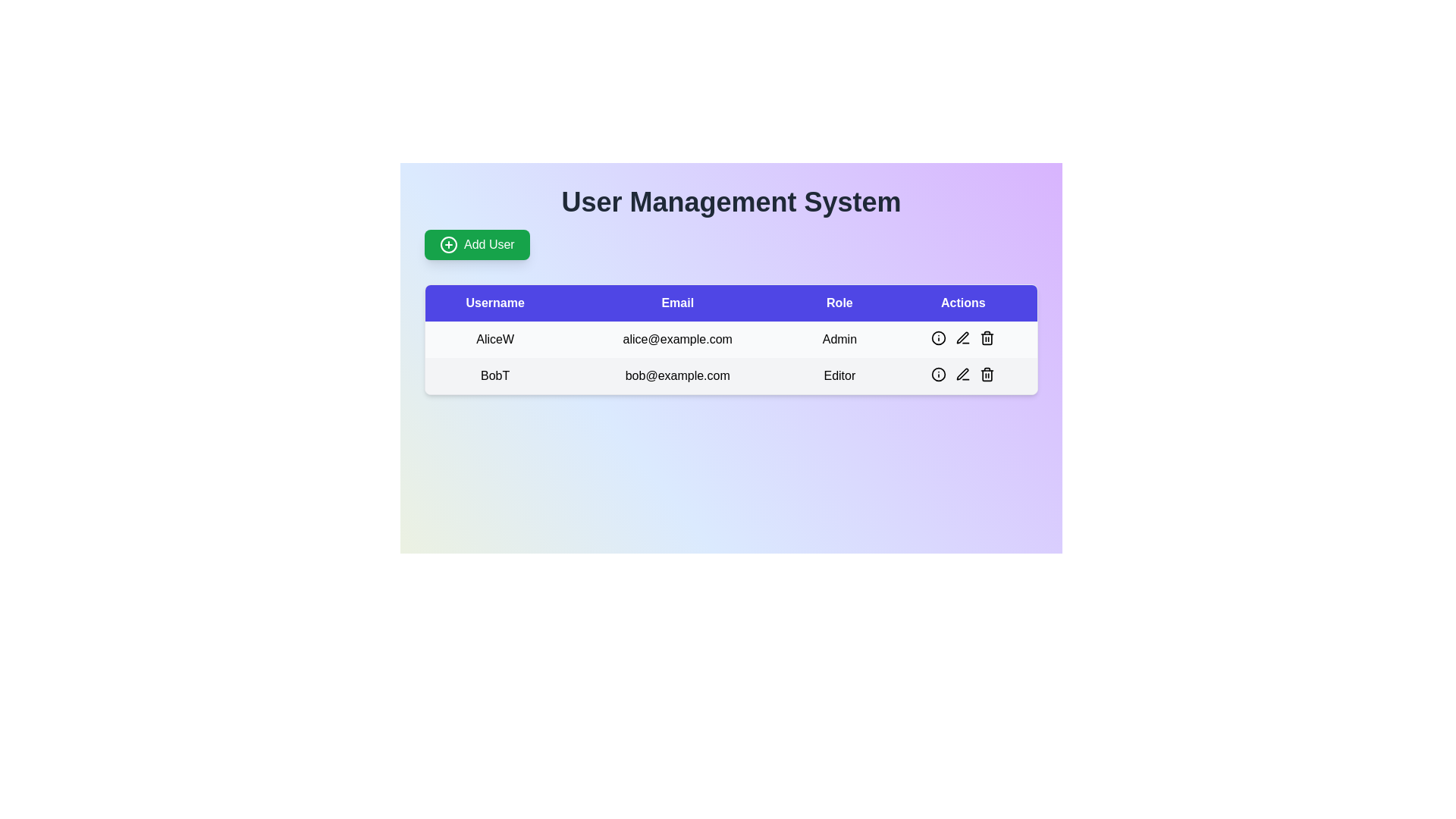 This screenshot has width=1456, height=819. Describe the element at coordinates (962, 374) in the screenshot. I see `the pencil icon button in the 'Actions' column of the second row of the data table corresponding to user 'BobT'` at that location.